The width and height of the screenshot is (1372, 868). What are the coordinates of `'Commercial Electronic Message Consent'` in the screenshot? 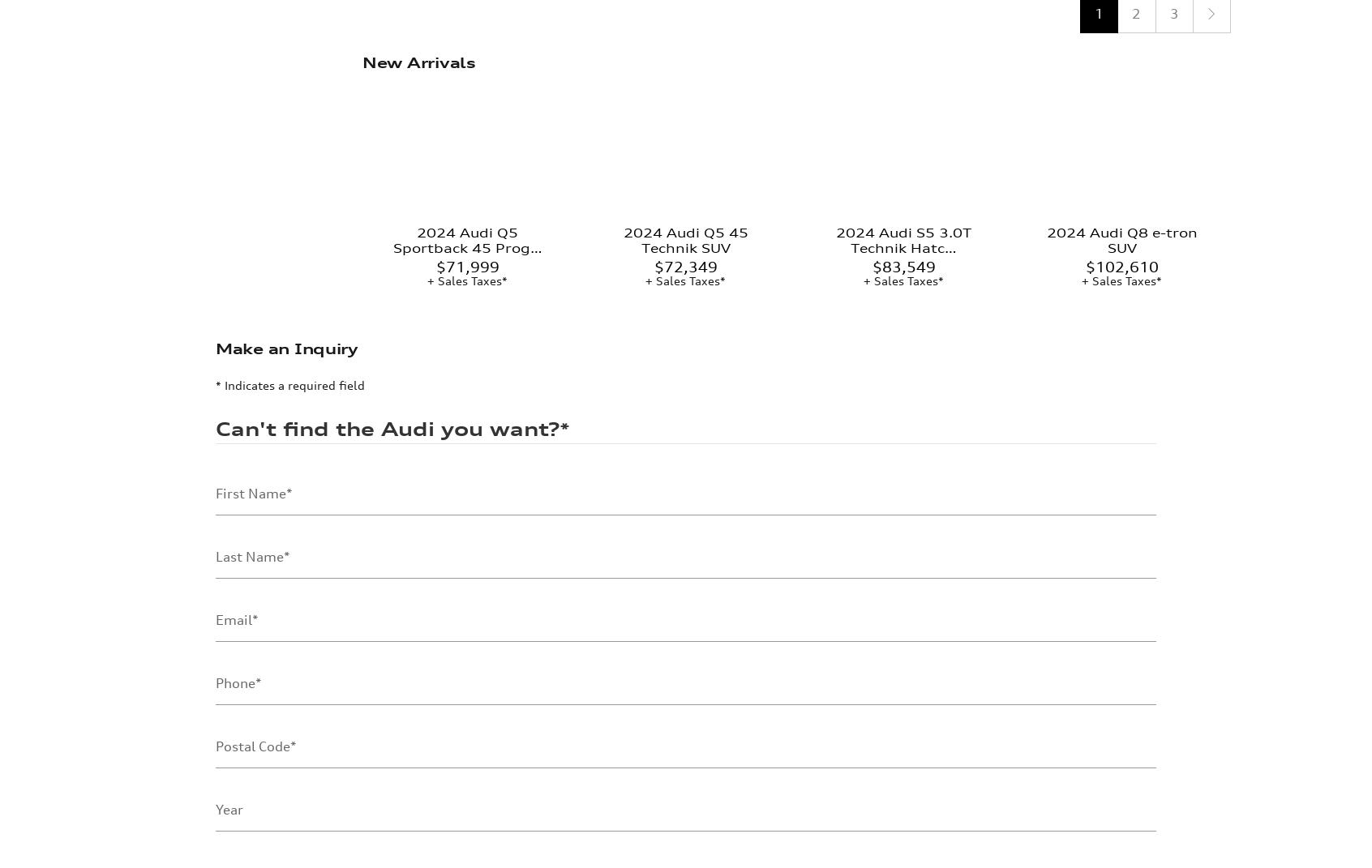 It's located at (320, 846).